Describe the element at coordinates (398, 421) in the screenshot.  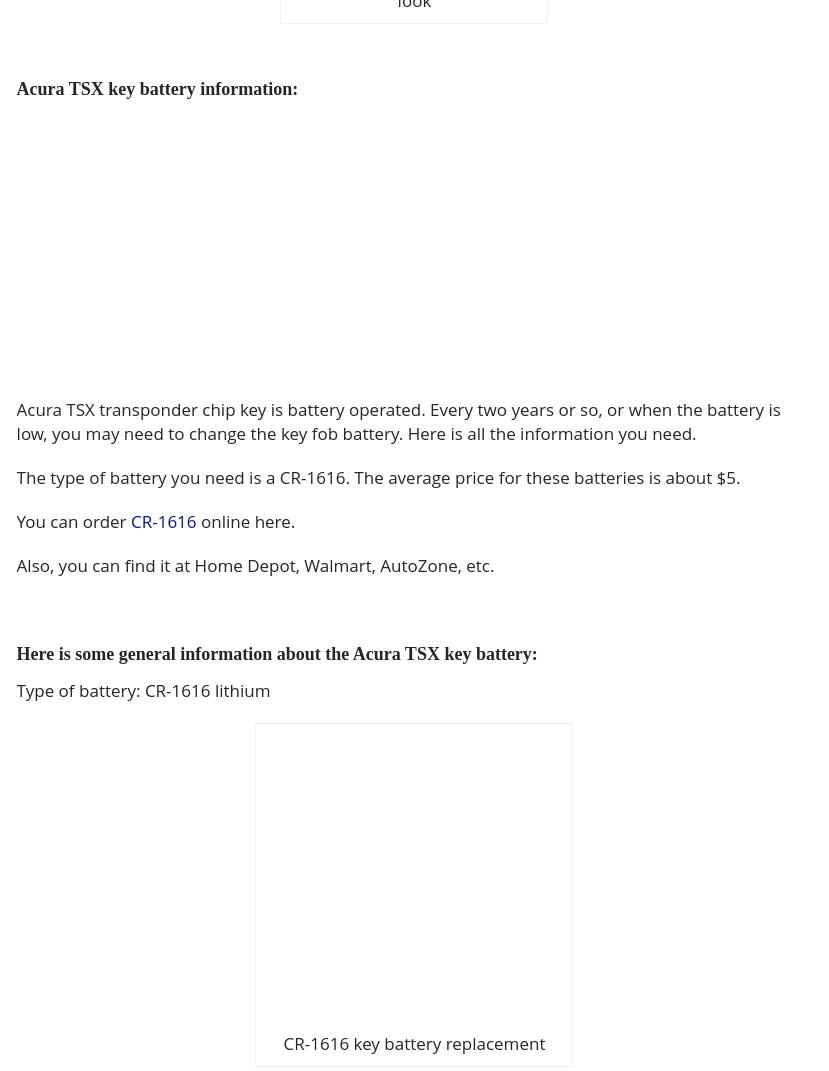
I see `'Acura TSX transponder chip key is battery operated. Every two years or so, or when the battery is low, you may need to change the key fob battery. Here is all the information you need.'` at that location.